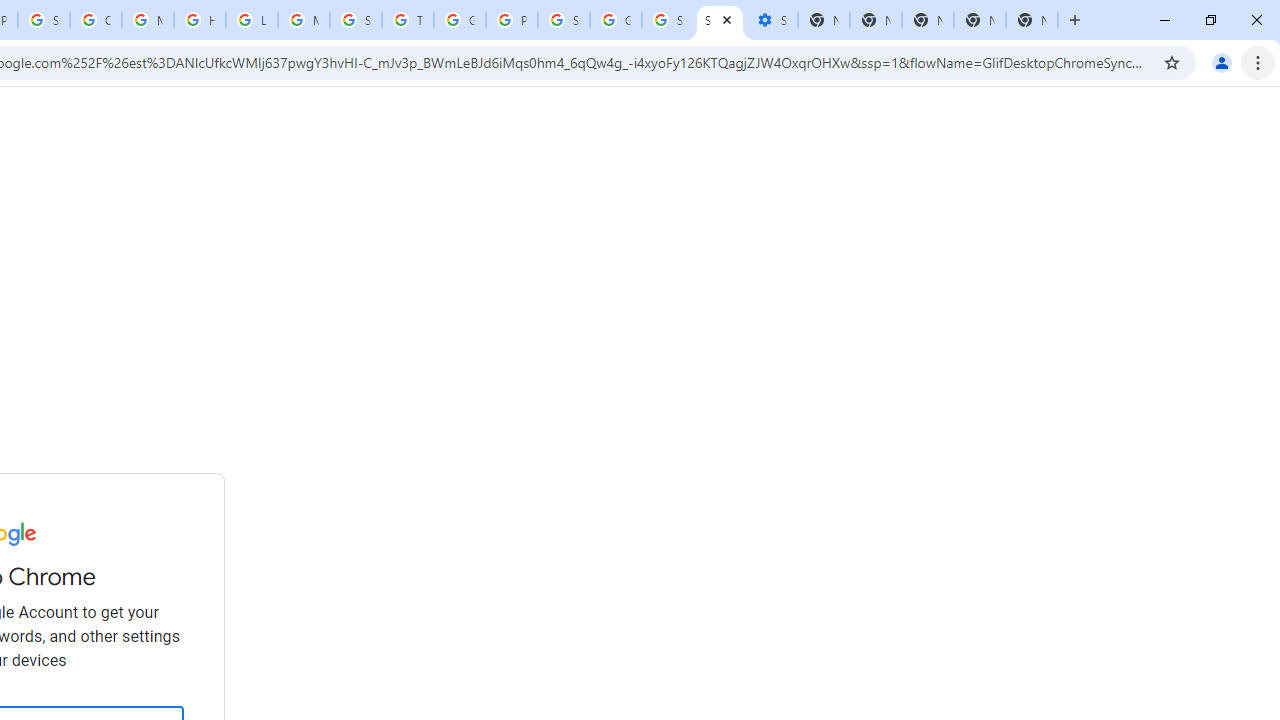  Describe the element at coordinates (406, 20) in the screenshot. I see `'Trusted Information and Content - Google Safety Center'` at that location.